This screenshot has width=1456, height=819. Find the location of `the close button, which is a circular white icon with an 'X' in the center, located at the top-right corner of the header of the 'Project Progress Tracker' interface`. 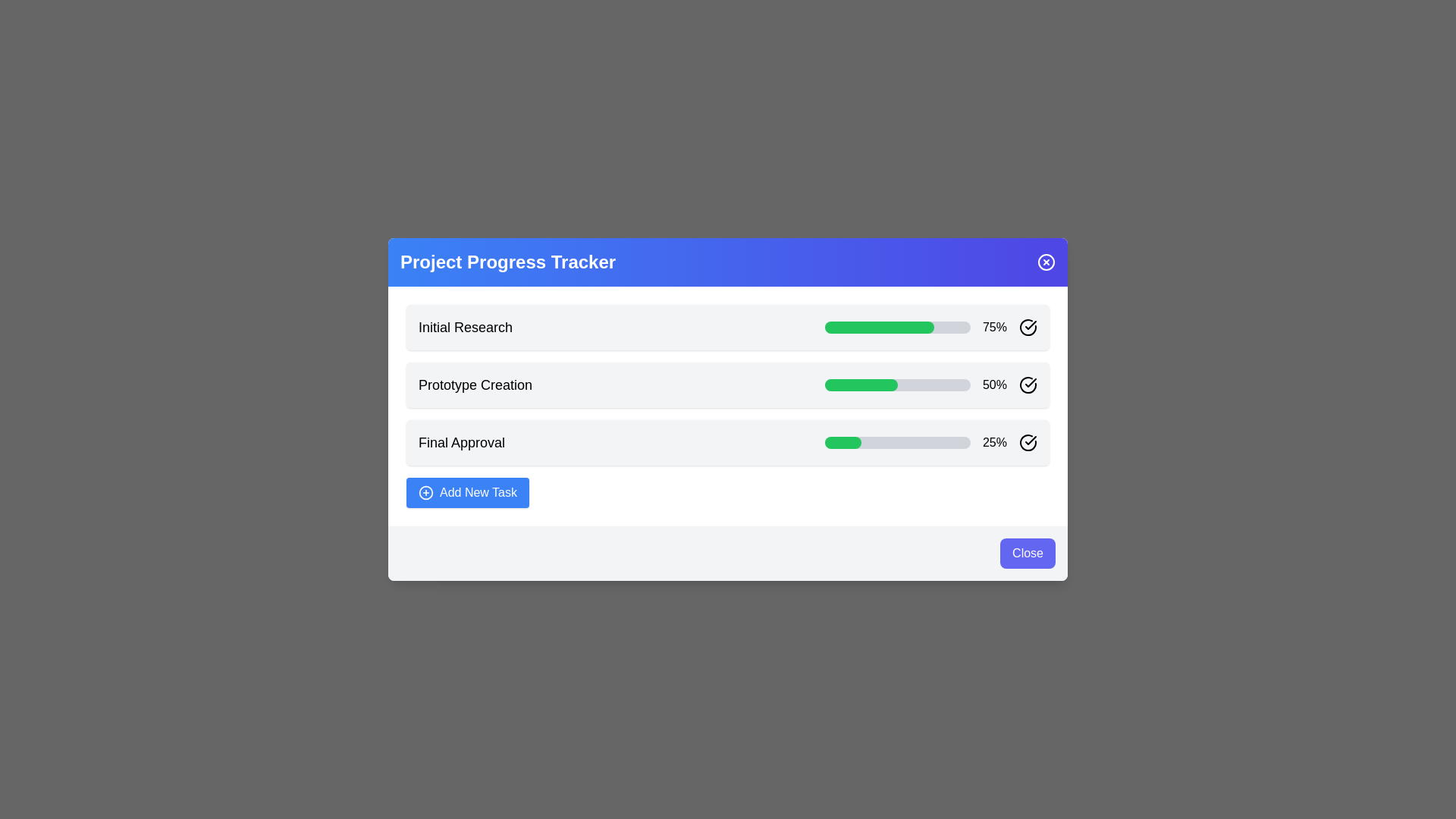

the close button, which is a circular white icon with an 'X' in the center, located at the top-right corner of the header of the 'Project Progress Tracker' interface is located at coordinates (1046, 262).